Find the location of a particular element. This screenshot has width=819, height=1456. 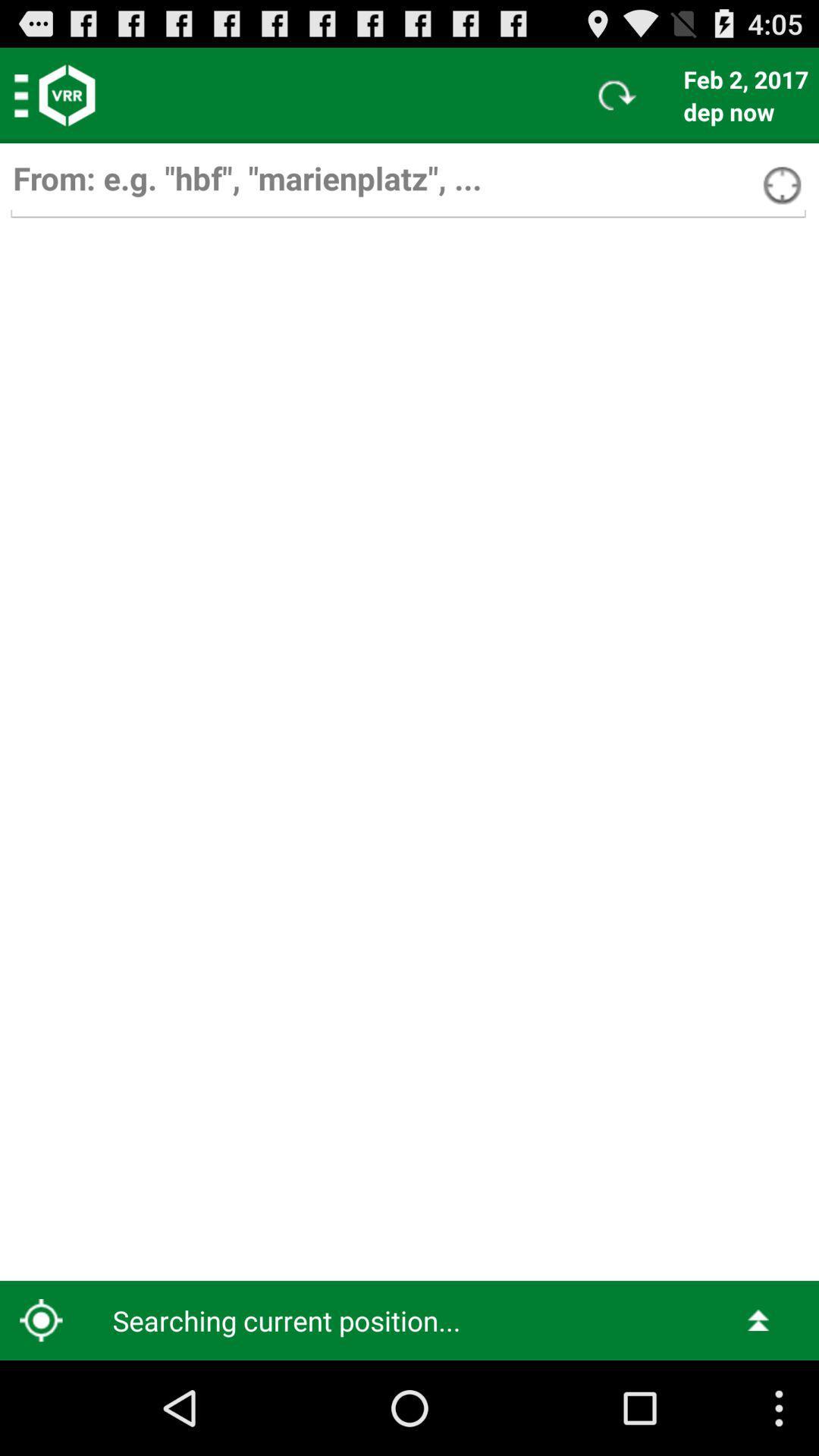

item next to feb 2, 2017 is located at coordinates (617, 94).